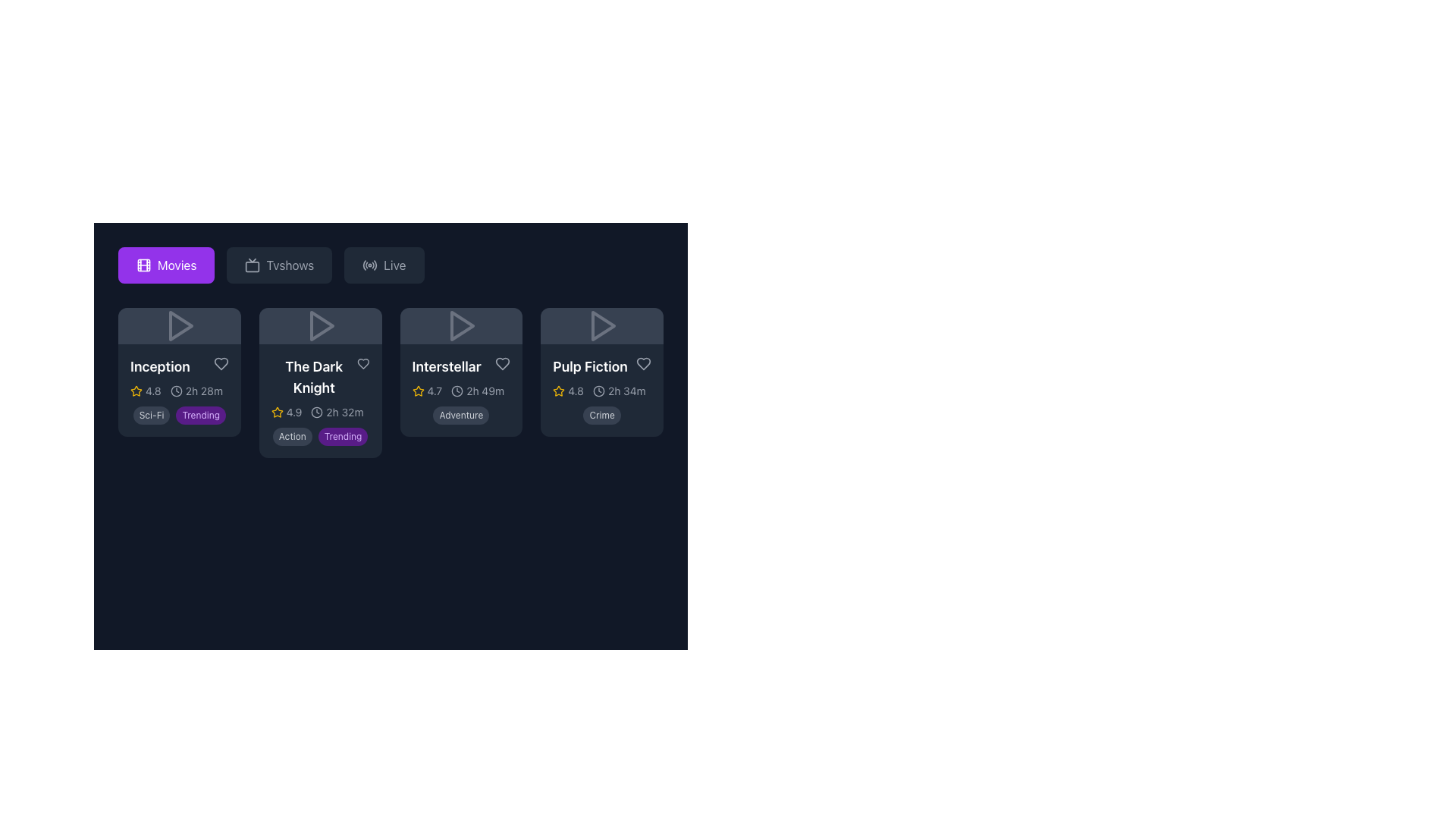 The width and height of the screenshot is (1456, 819). I want to click on the star-shaped icon styled in yellow, which is positioned to the left of the text displaying '4.7' in the 'Interstellar' movie rating section, so click(418, 391).